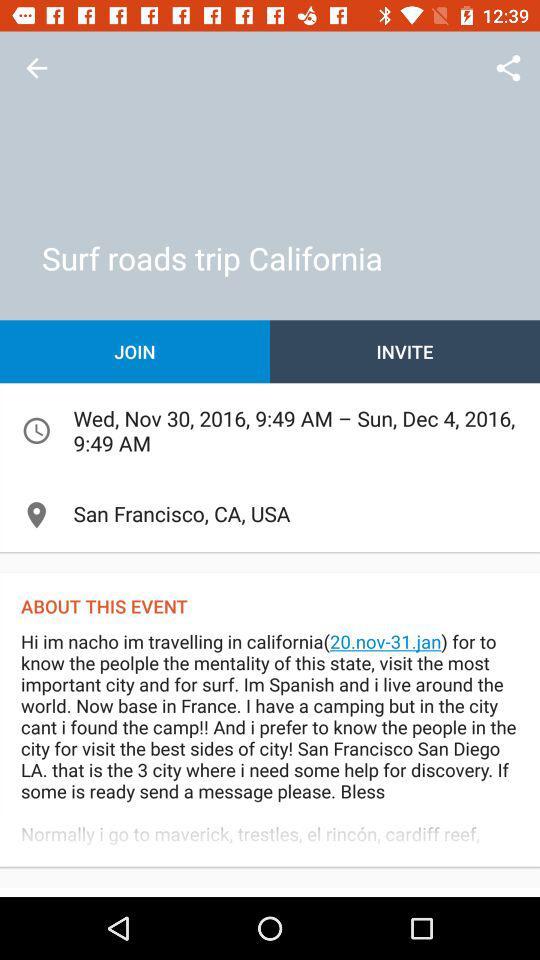 The width and height of the screenshot is (540, 960). What do you see at coordinates (270, 514) in the screenshot?
I see `item above about this event icon` at bounding box center [270, 514].